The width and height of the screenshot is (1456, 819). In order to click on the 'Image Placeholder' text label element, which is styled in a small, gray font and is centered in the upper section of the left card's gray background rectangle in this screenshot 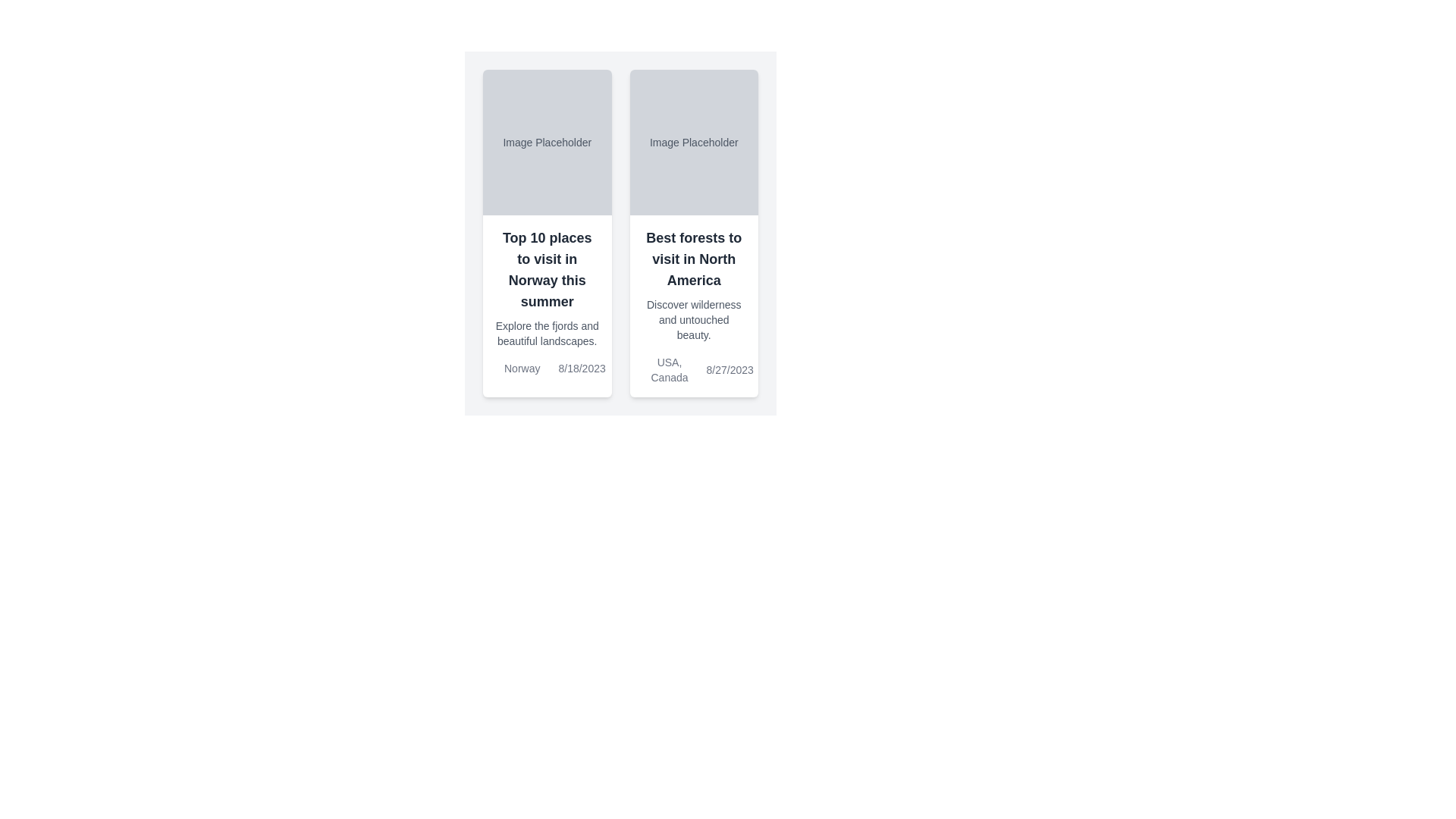, I will do `click(546, 143)`.